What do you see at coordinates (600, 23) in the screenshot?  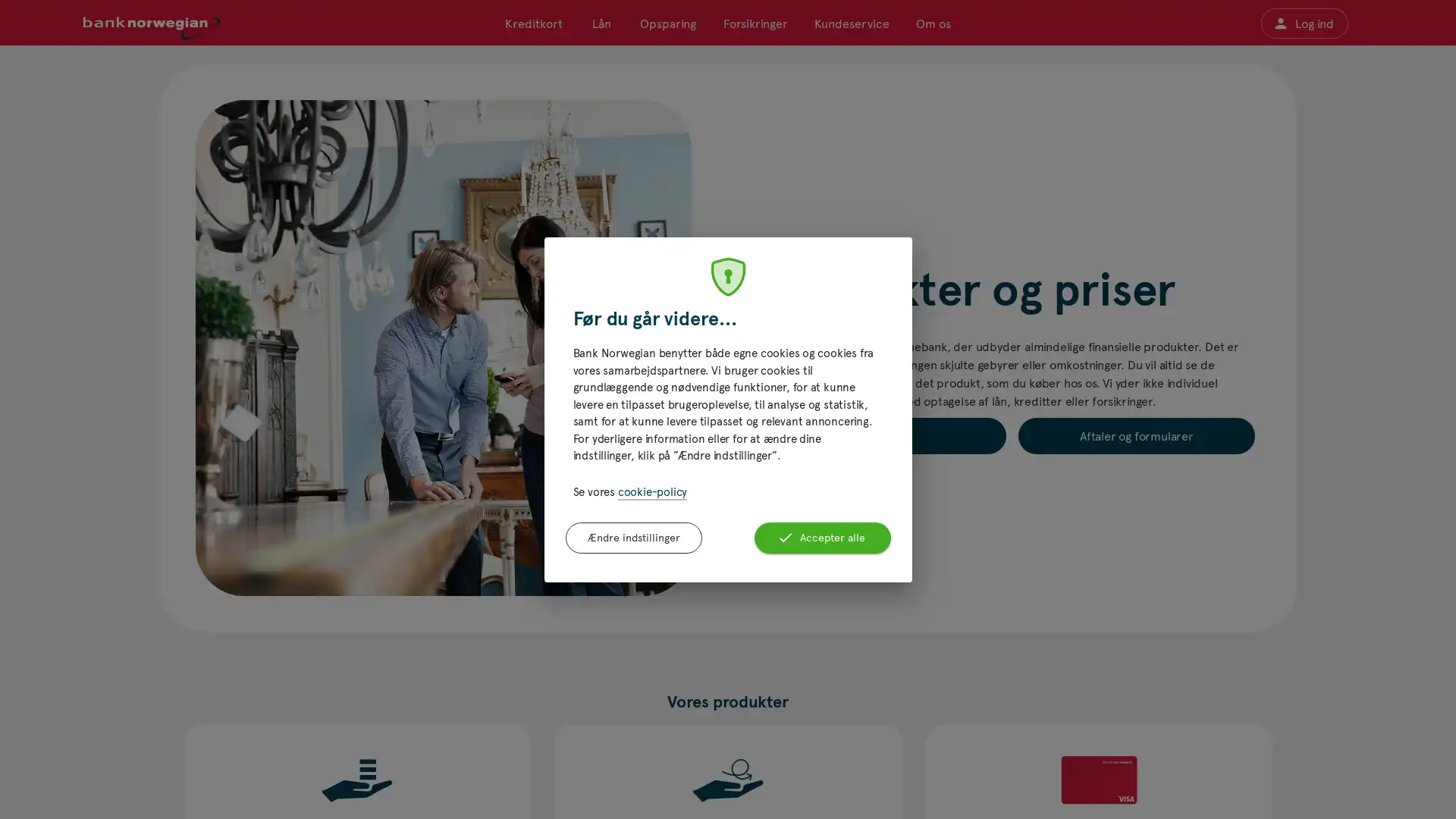 I see `Lan` at bounding box center [600, 23].